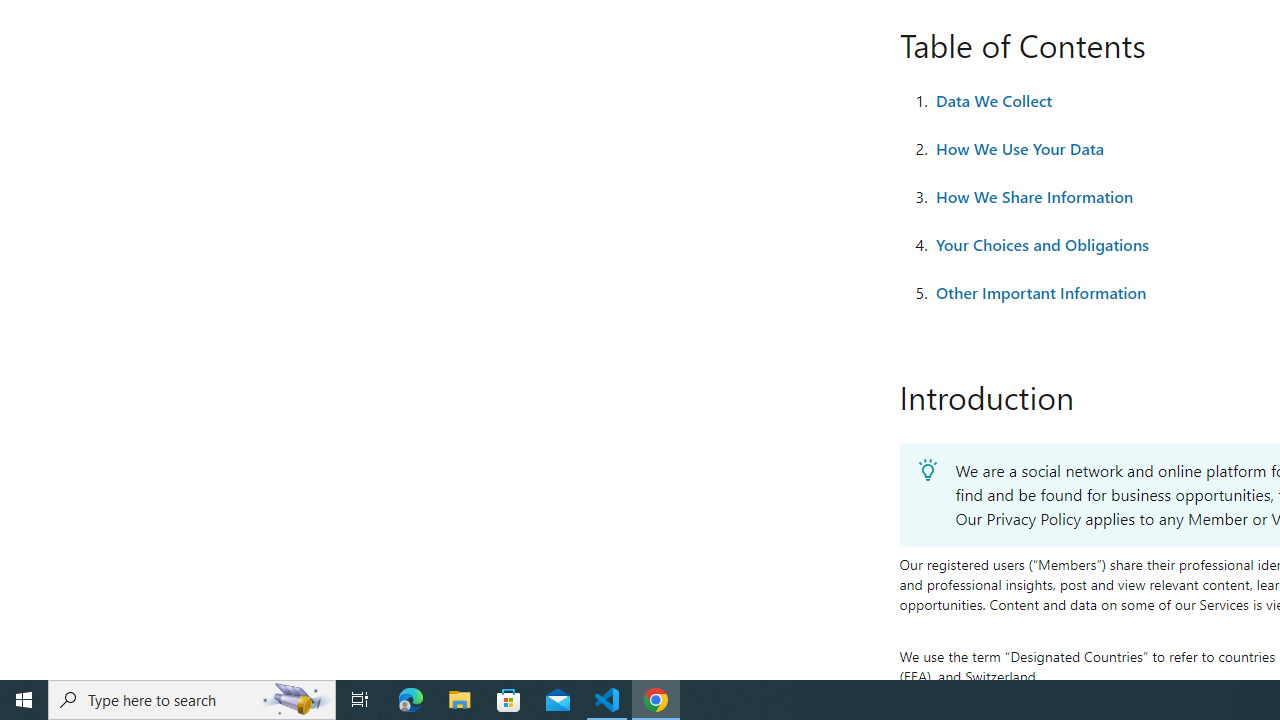 This screenshot has width=1280, height=720. Describe the element at coordinates (1041, 244) in the screenshot. I see `'Your Choices and Obligations'` at that location.